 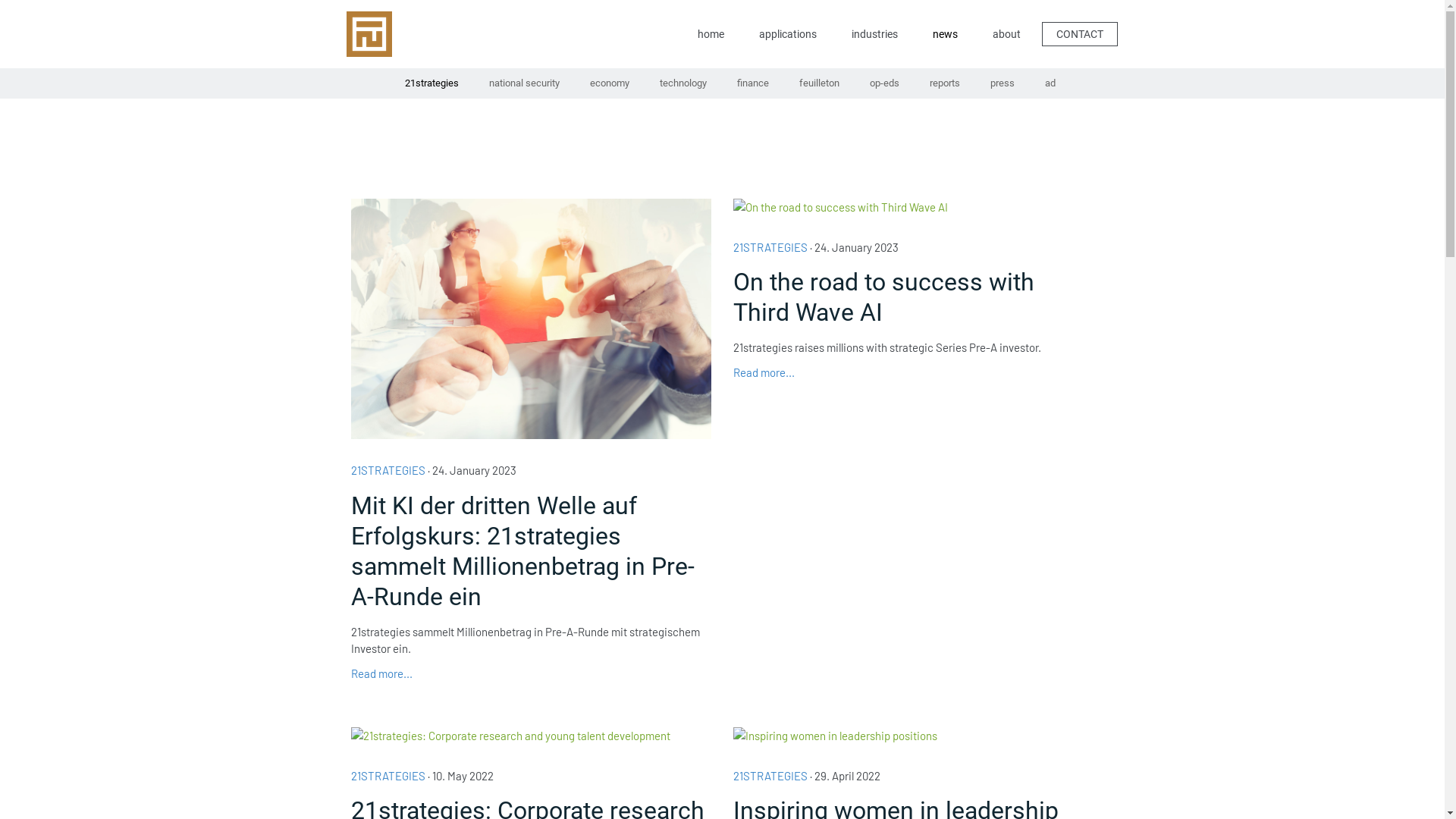 What do you see at coordinates (753, 83) in the screenshot?
I see `'finance'` at bounding box center [753, 83].